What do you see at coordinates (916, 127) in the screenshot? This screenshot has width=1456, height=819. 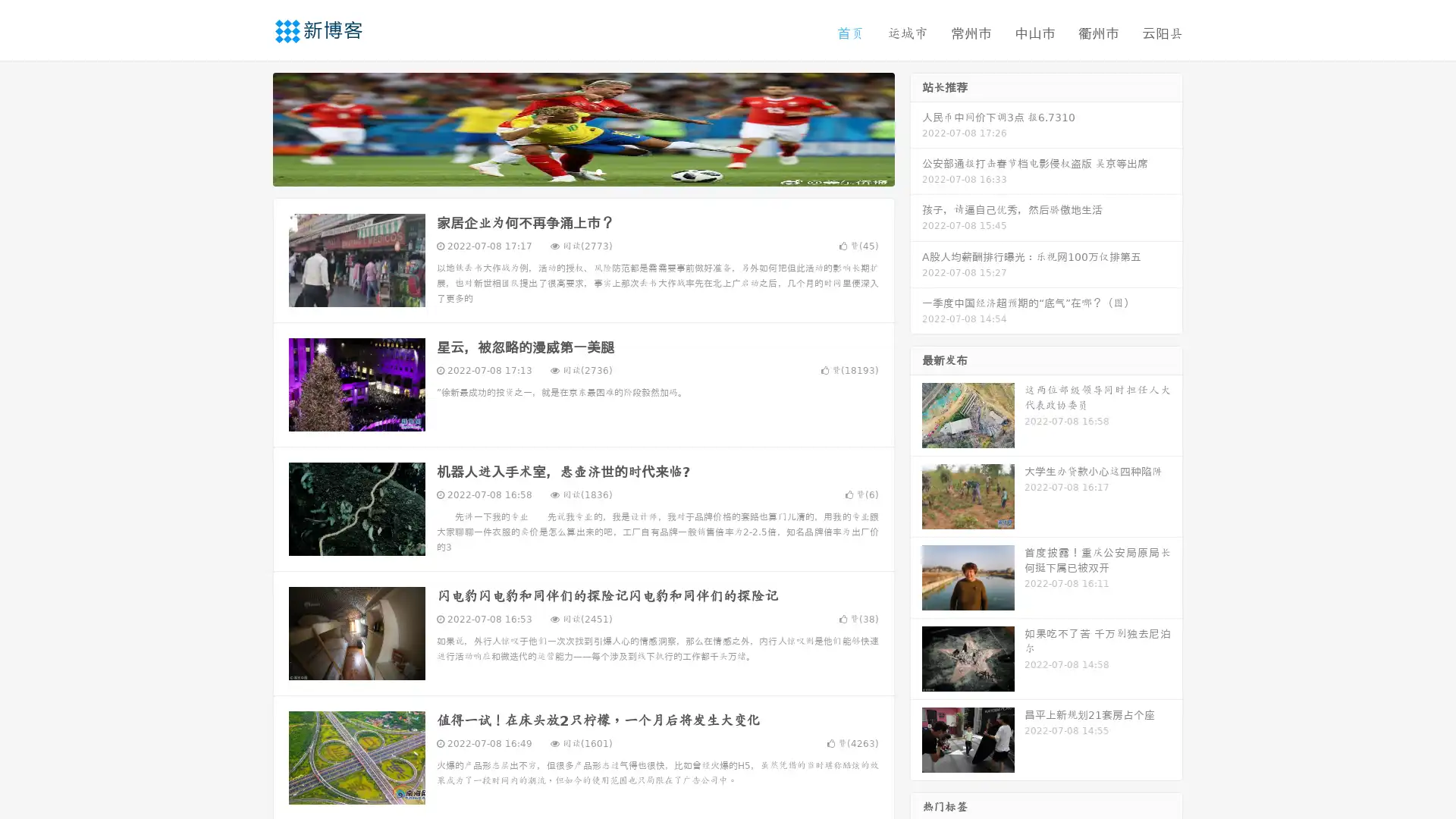 I see `Next slide` at bounding box center [916, 127].